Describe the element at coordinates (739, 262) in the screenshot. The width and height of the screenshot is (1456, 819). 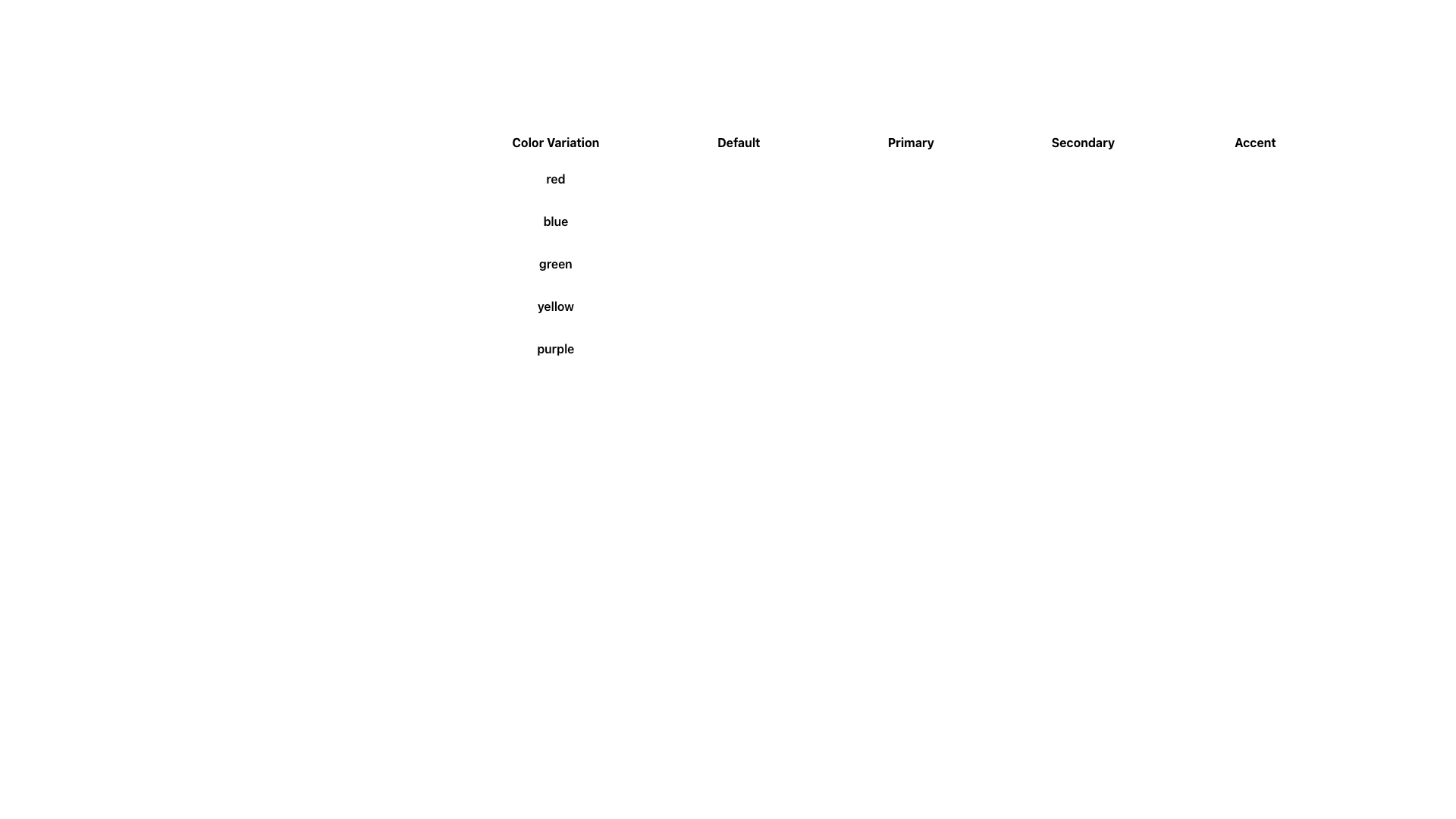
I see `text content of the label located in the third row of the first column, which is positioned under the elements labeled 'red' and 'blue'` at that location.